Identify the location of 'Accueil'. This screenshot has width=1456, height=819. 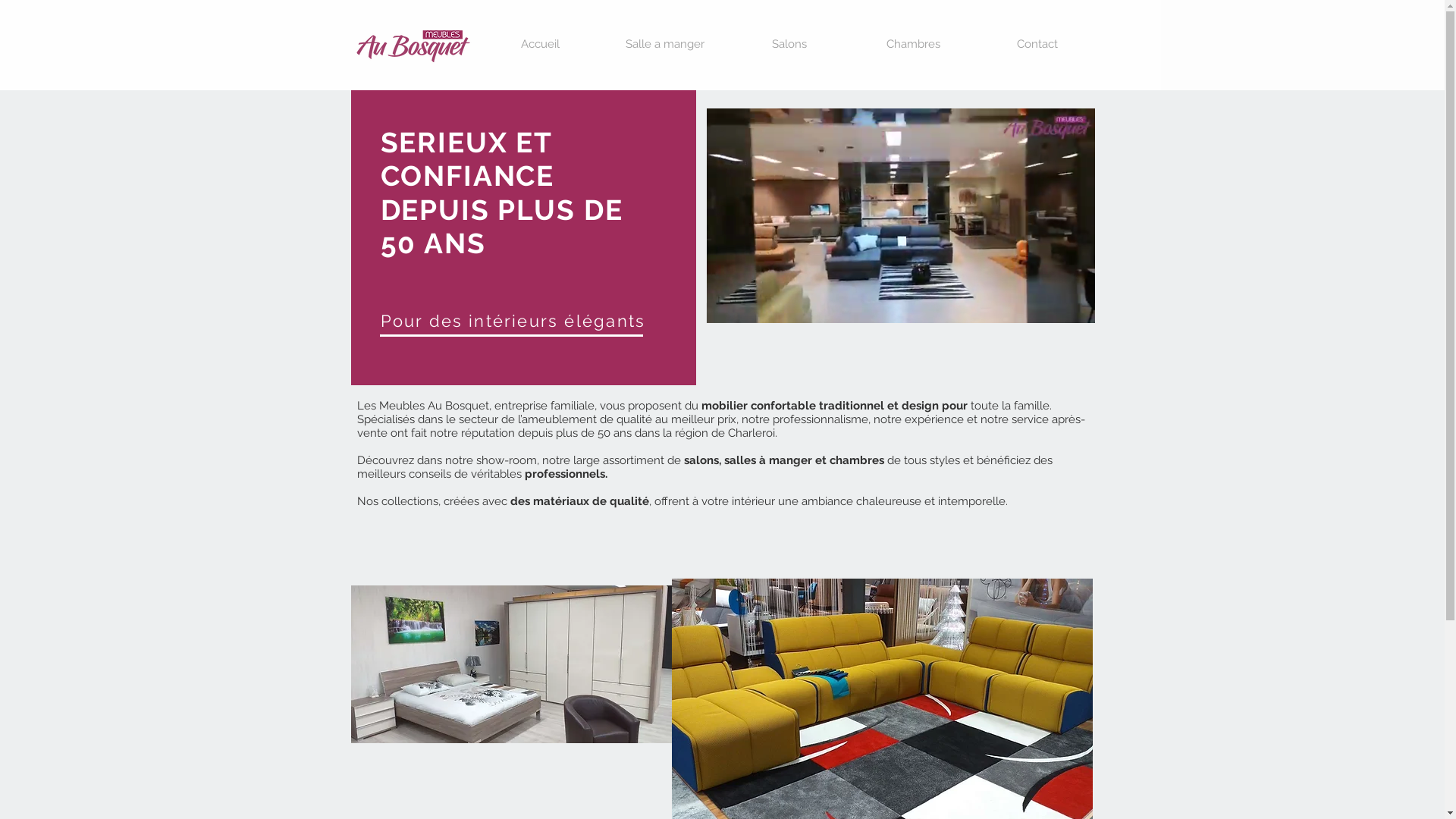
(539, 43).